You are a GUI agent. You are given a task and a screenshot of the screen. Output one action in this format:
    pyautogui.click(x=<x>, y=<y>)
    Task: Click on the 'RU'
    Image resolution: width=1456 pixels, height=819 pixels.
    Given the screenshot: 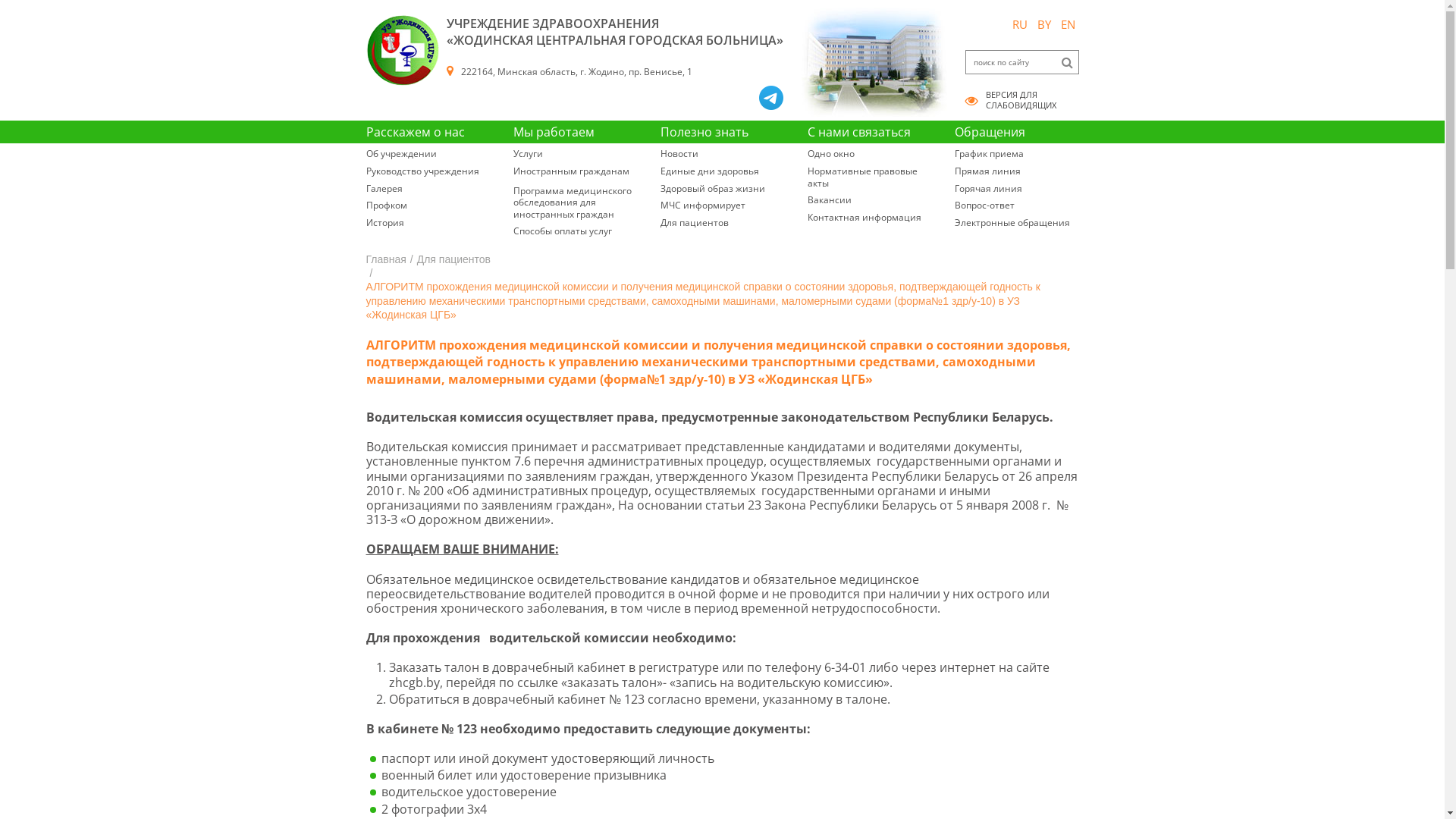 What is the action you would take?
    pyautogui.click(x=1008, y=24)
    